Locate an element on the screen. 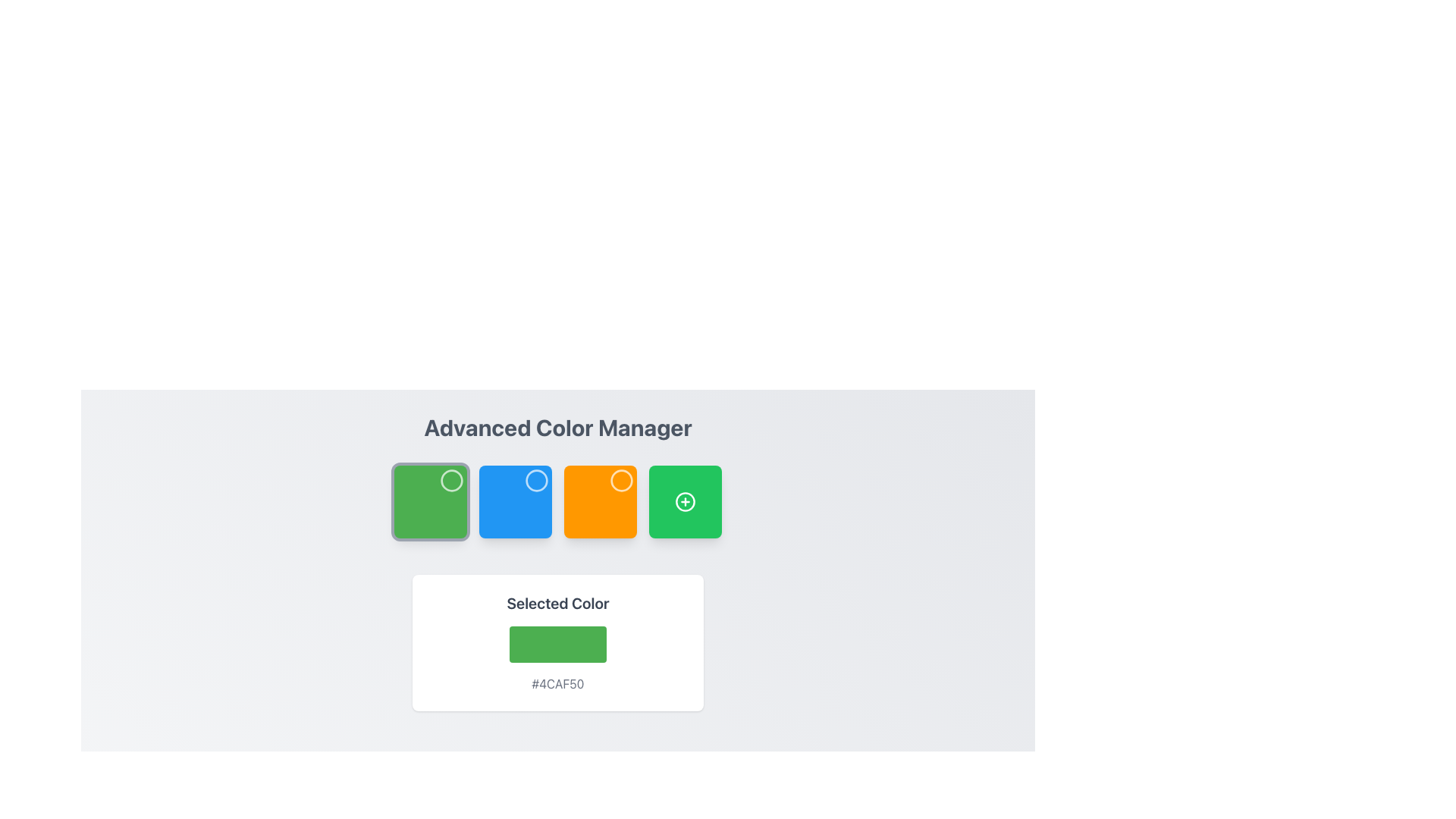  the green square color selection box with rounded corners and a white outlined circle in the upper-right corner to highlight it is located at coordinates (429, 502).